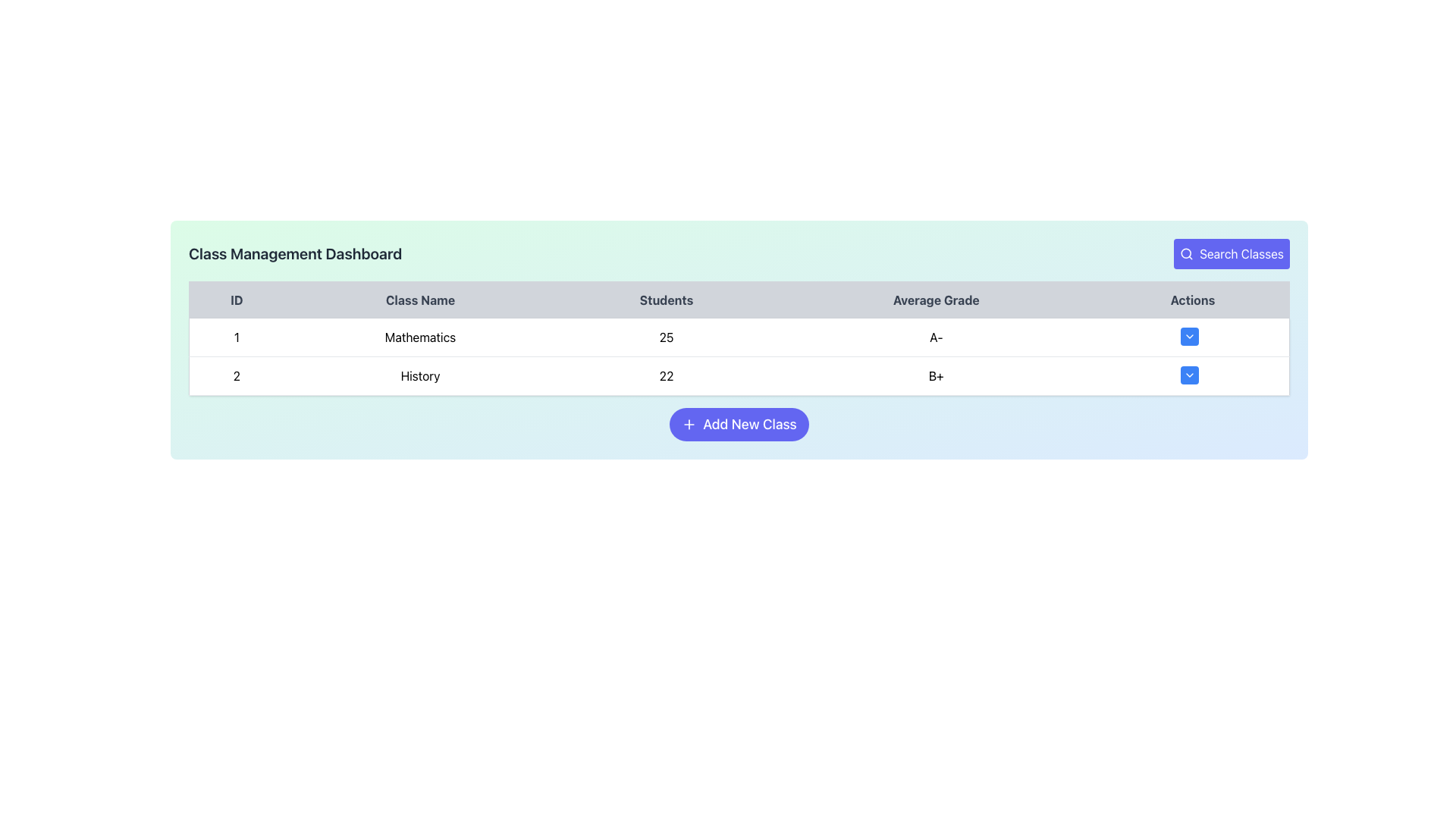 The image size is (1456, 819). I want to click on the Dropdown button in the 'Actions' column of the table row for 'Mathematics', so click(1188, 335).